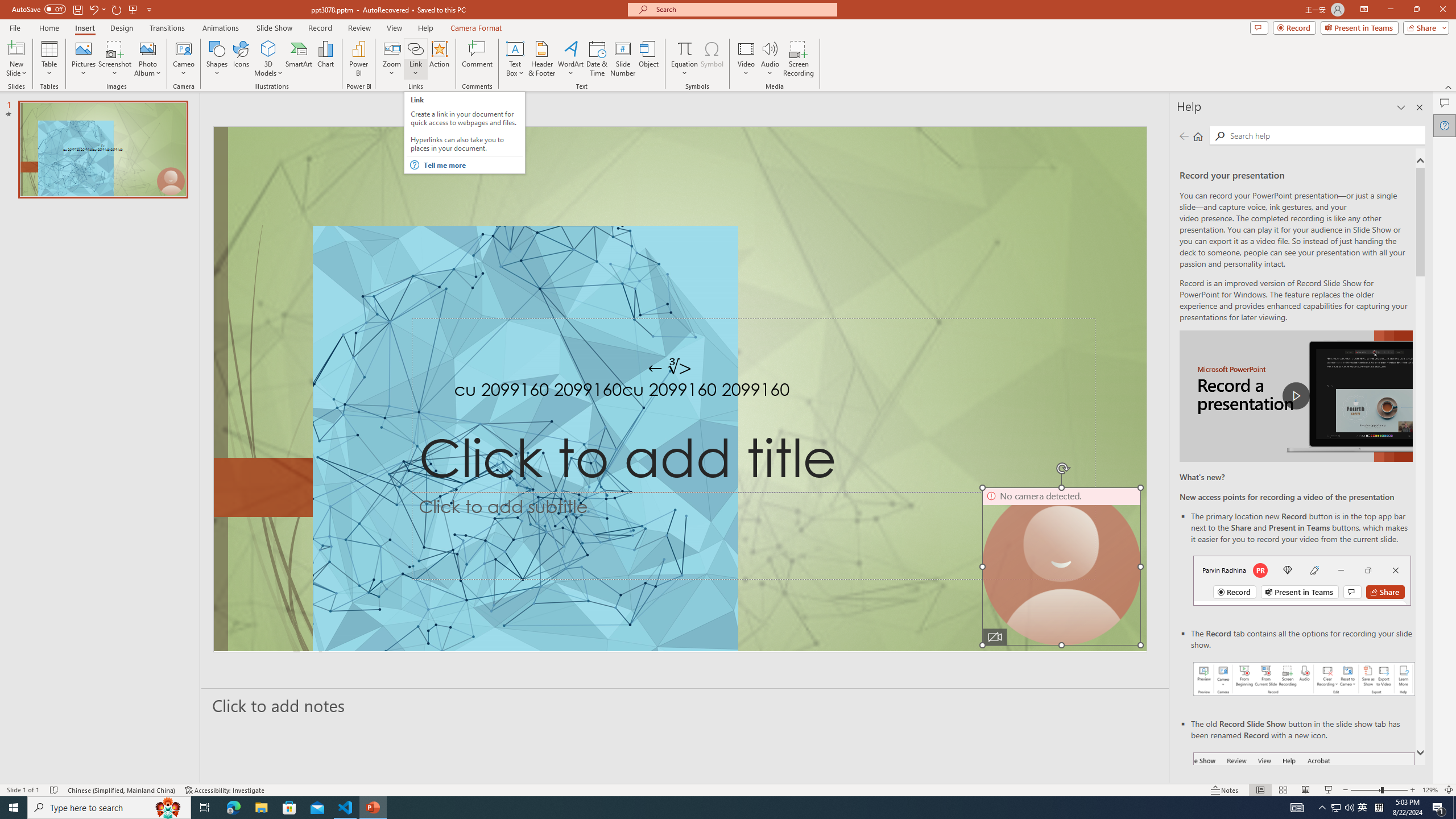  Describe the element at coordinates (1444, 126) in the screenshot. I see `'Help'` at that location.